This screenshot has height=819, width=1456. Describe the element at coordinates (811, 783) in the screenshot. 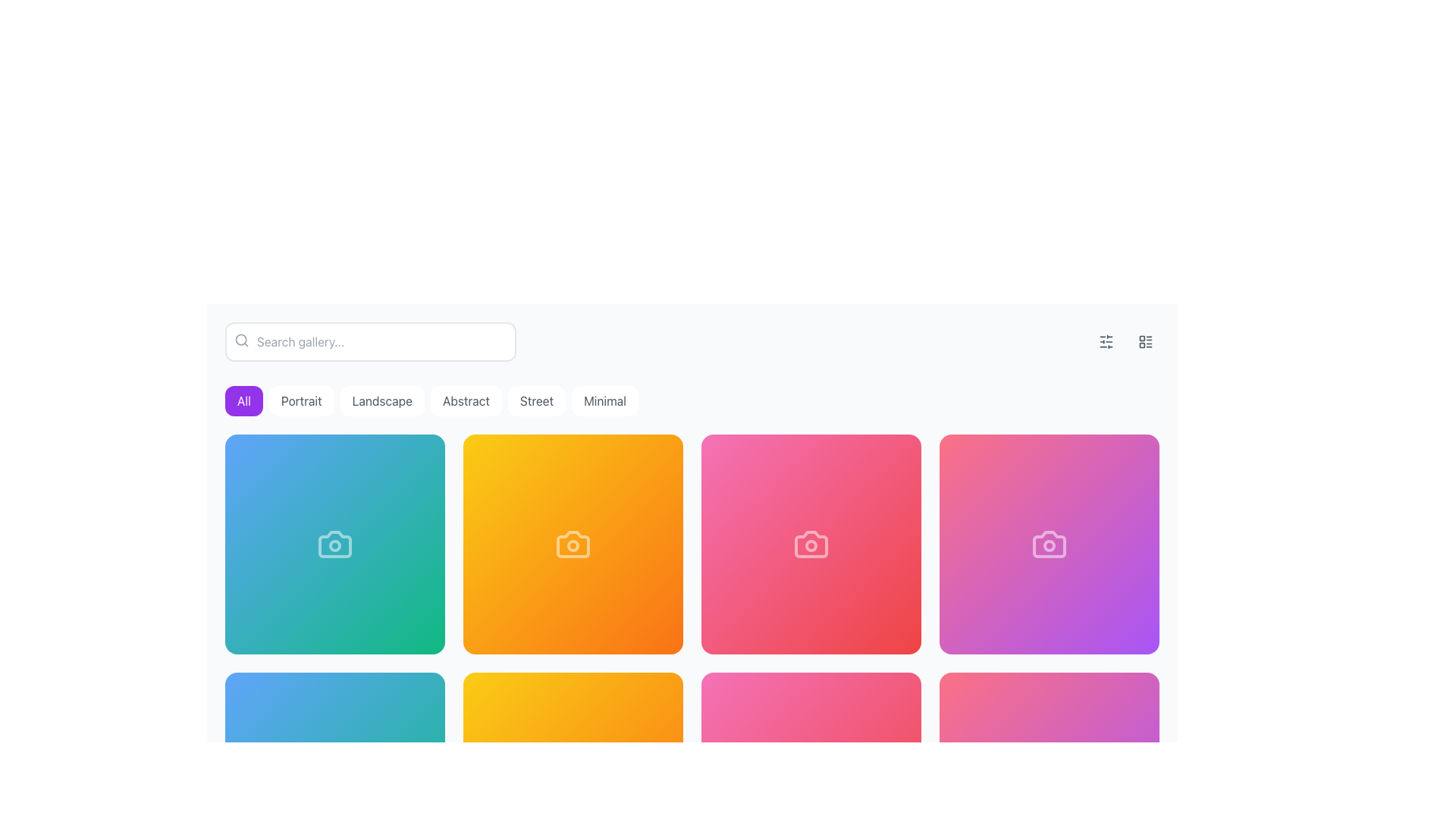

I see `the downward-pointing arrow button located at the center-bottom of the interface` at that location.